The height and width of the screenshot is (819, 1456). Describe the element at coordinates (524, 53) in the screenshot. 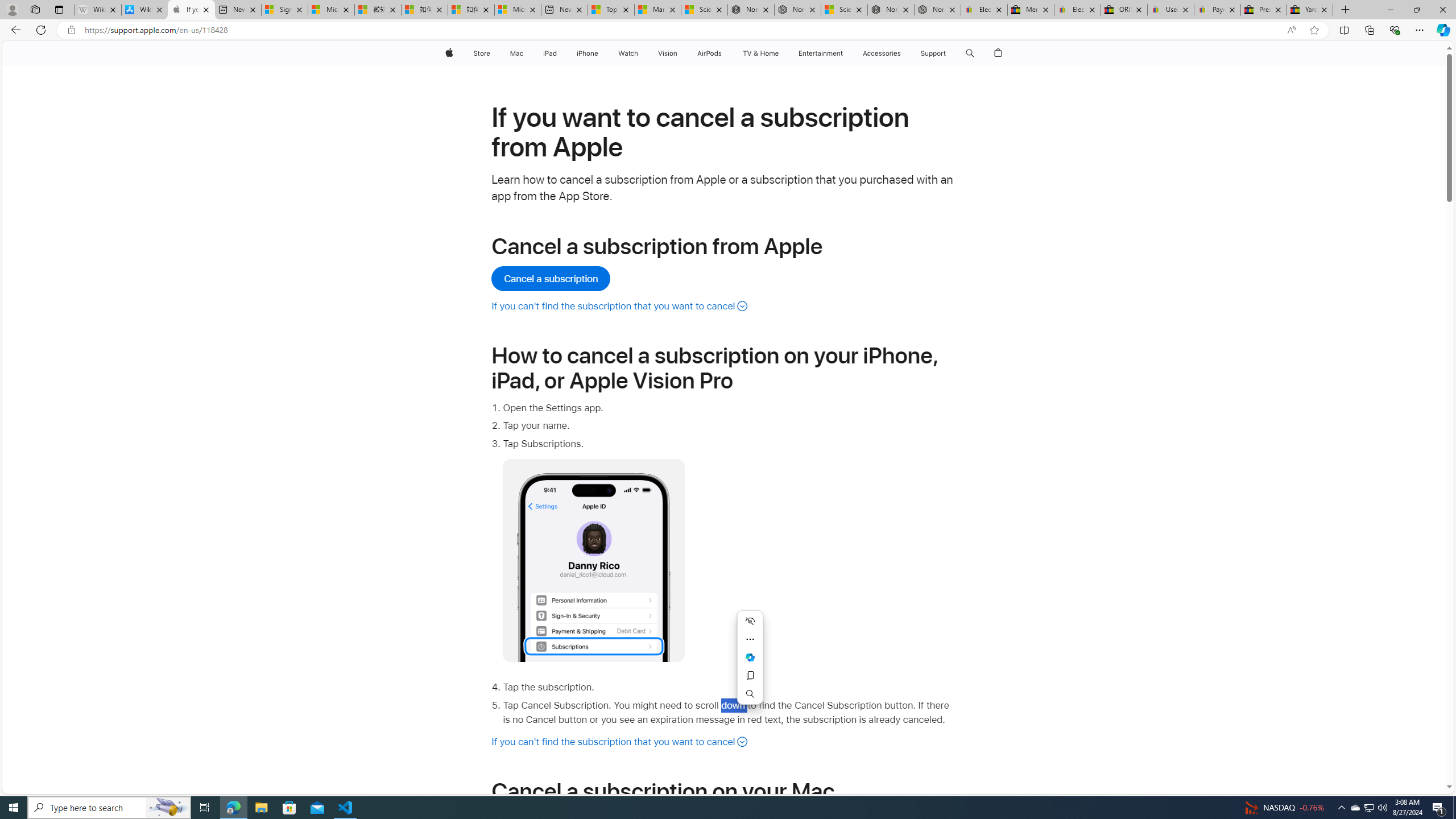

I see `'Mac menu'` at that location.